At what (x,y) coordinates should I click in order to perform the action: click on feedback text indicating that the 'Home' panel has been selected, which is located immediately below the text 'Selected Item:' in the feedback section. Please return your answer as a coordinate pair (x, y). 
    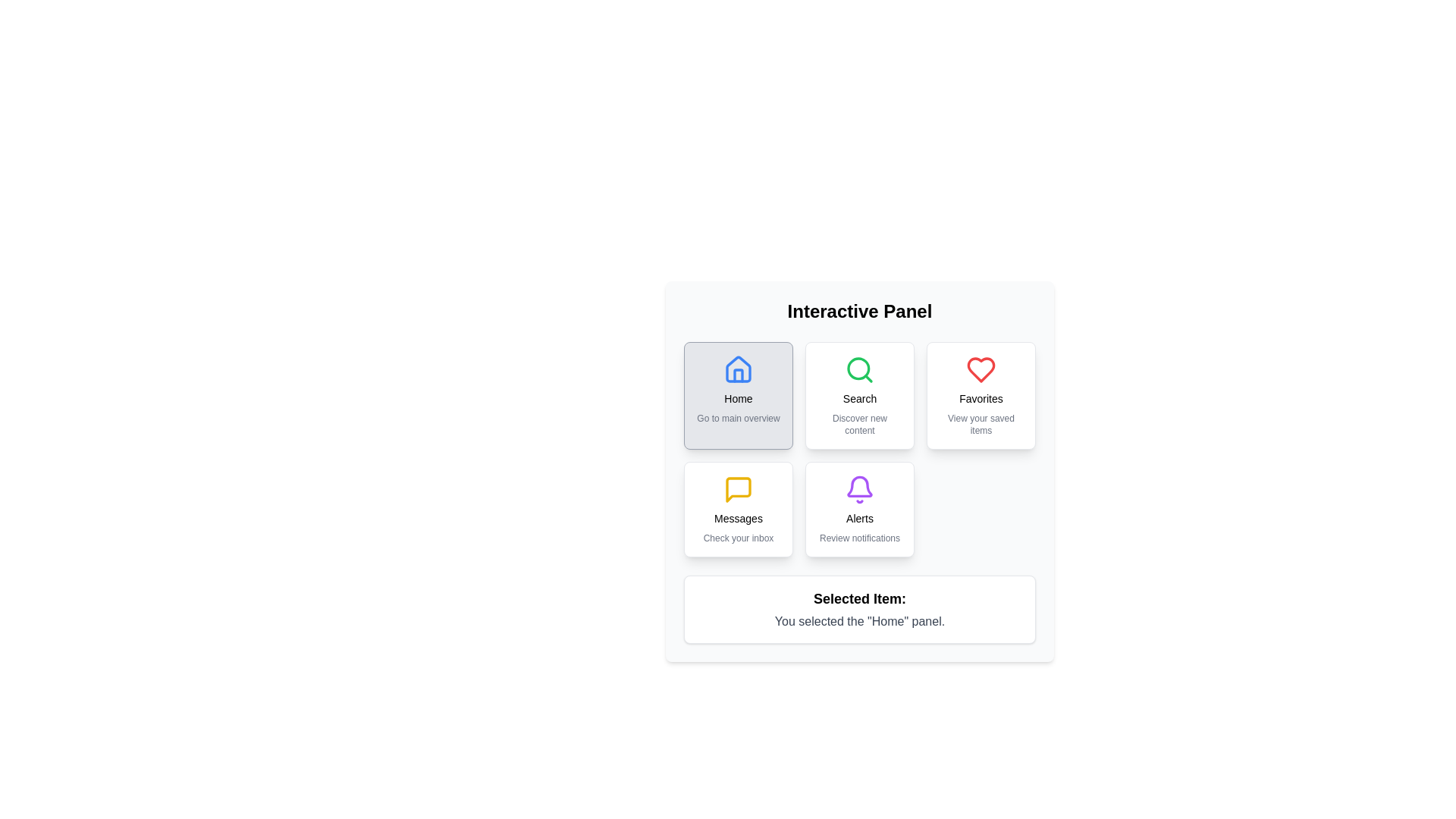
    Looking at the image, I should click on (859, 622).